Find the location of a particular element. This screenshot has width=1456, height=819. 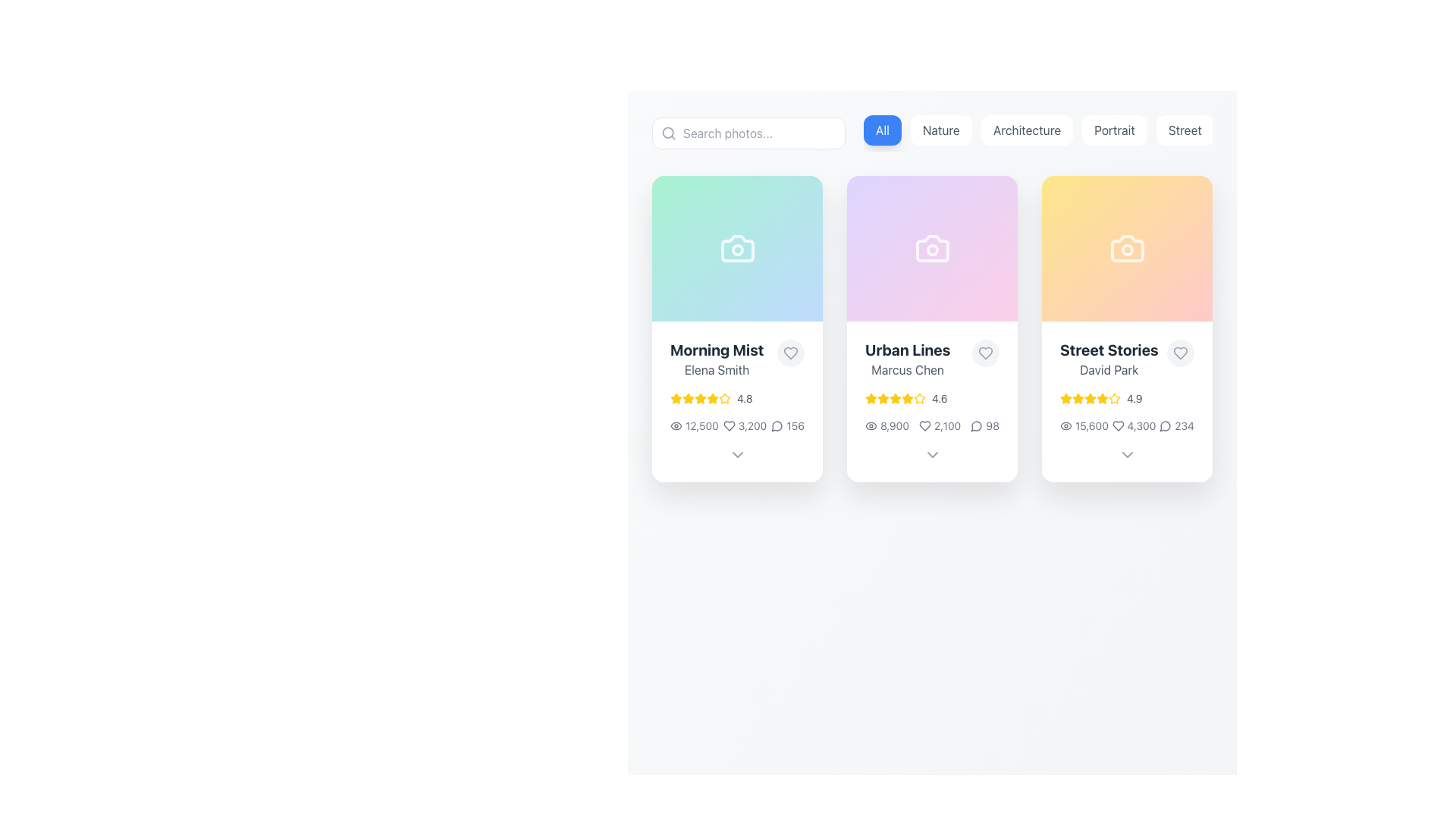

the yellow star icon with a rounded edge and hollow center, which is the third star from the left in a row of five stars below the title 'Morning Mist' is located at coordinates (687, 397).